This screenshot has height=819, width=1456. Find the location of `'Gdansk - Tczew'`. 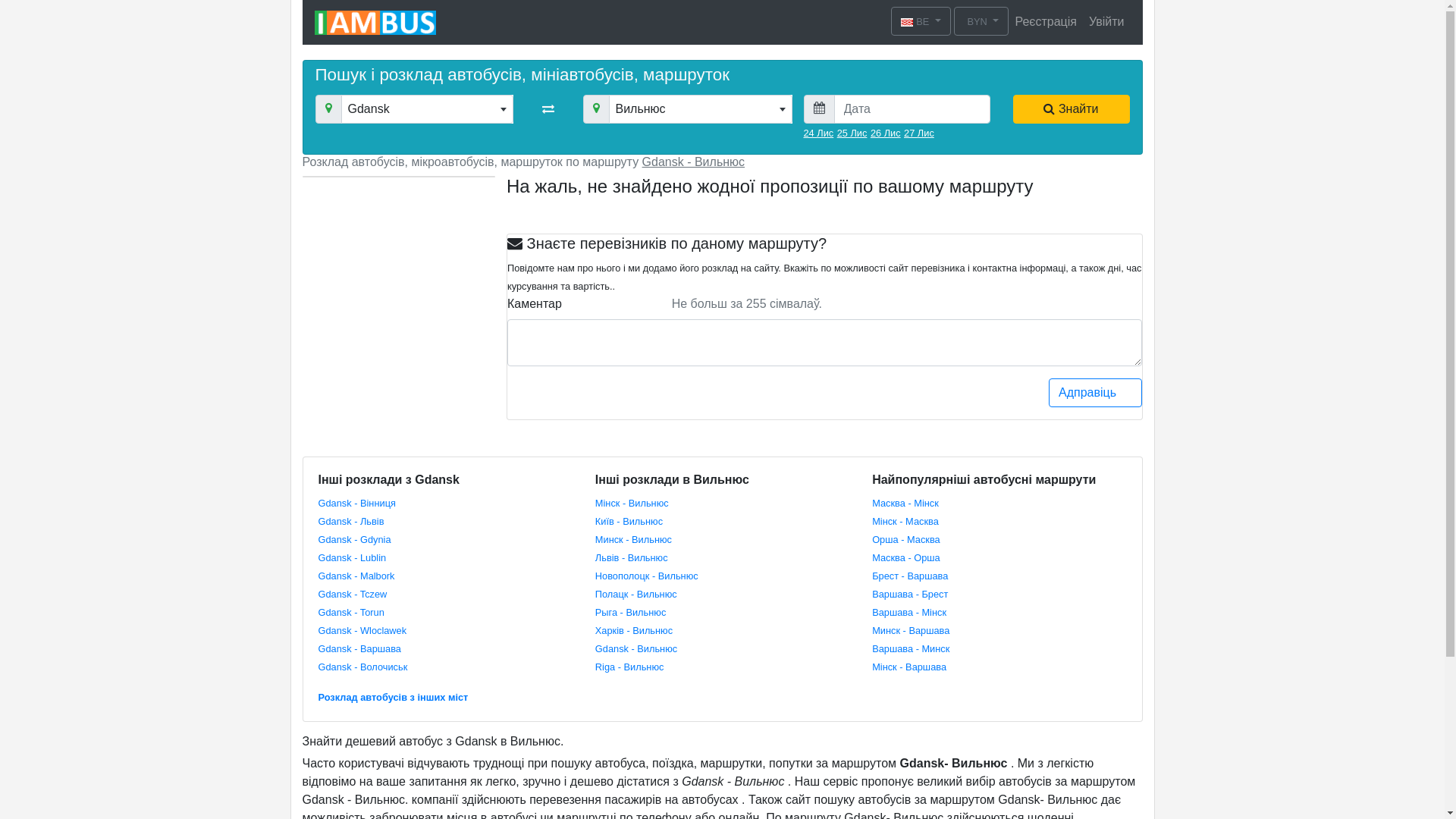

'Gdansk - Tczew' is located at coordinates (352, 592).